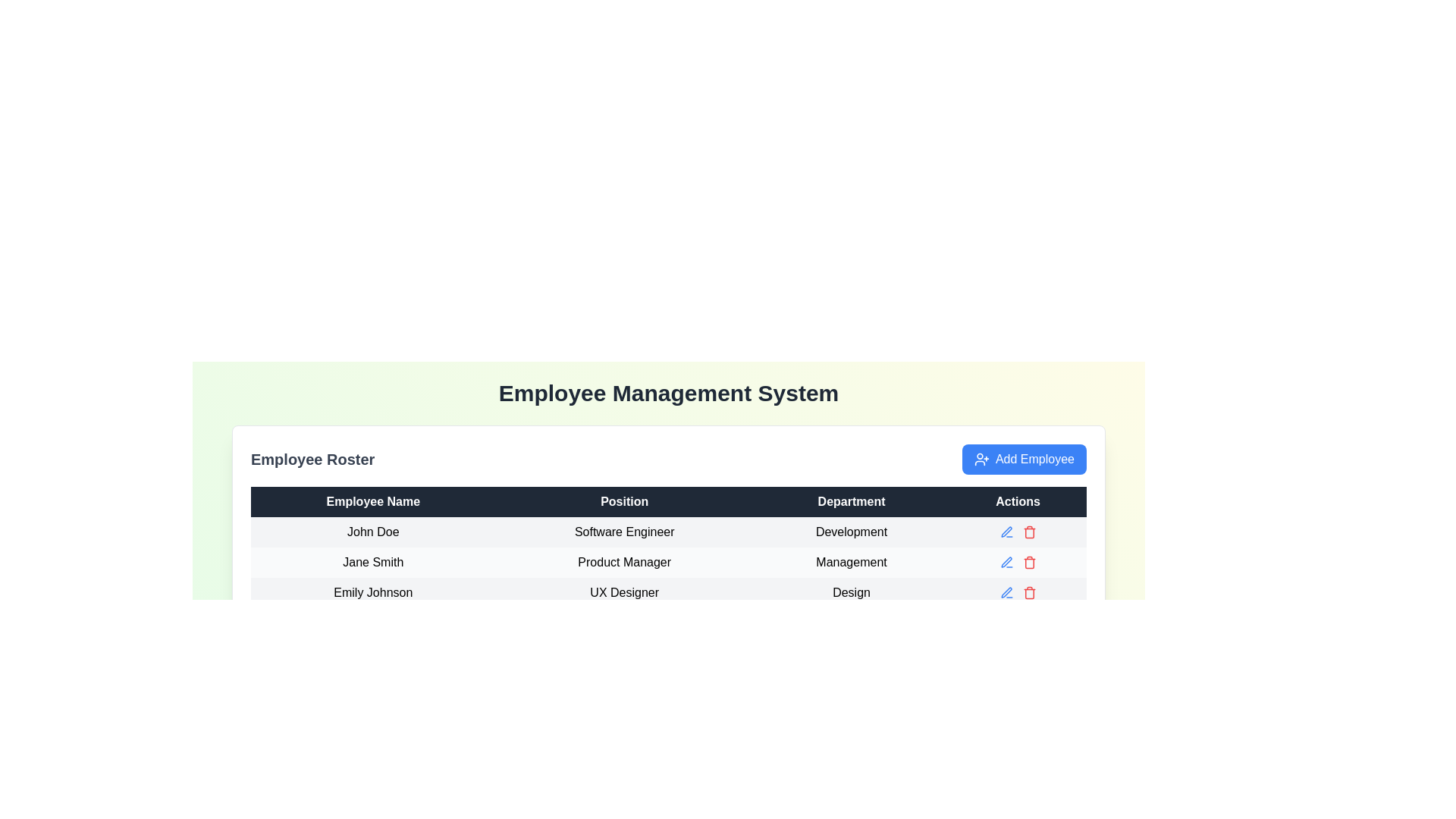 The image size is (1456, 819). What do you see at coordinates (852, 562) in the screenshot?
I see `text 'Management' located in the third column of the second row of the table corresponding to 'Jane Smith'` at bounding box center [852, 562].